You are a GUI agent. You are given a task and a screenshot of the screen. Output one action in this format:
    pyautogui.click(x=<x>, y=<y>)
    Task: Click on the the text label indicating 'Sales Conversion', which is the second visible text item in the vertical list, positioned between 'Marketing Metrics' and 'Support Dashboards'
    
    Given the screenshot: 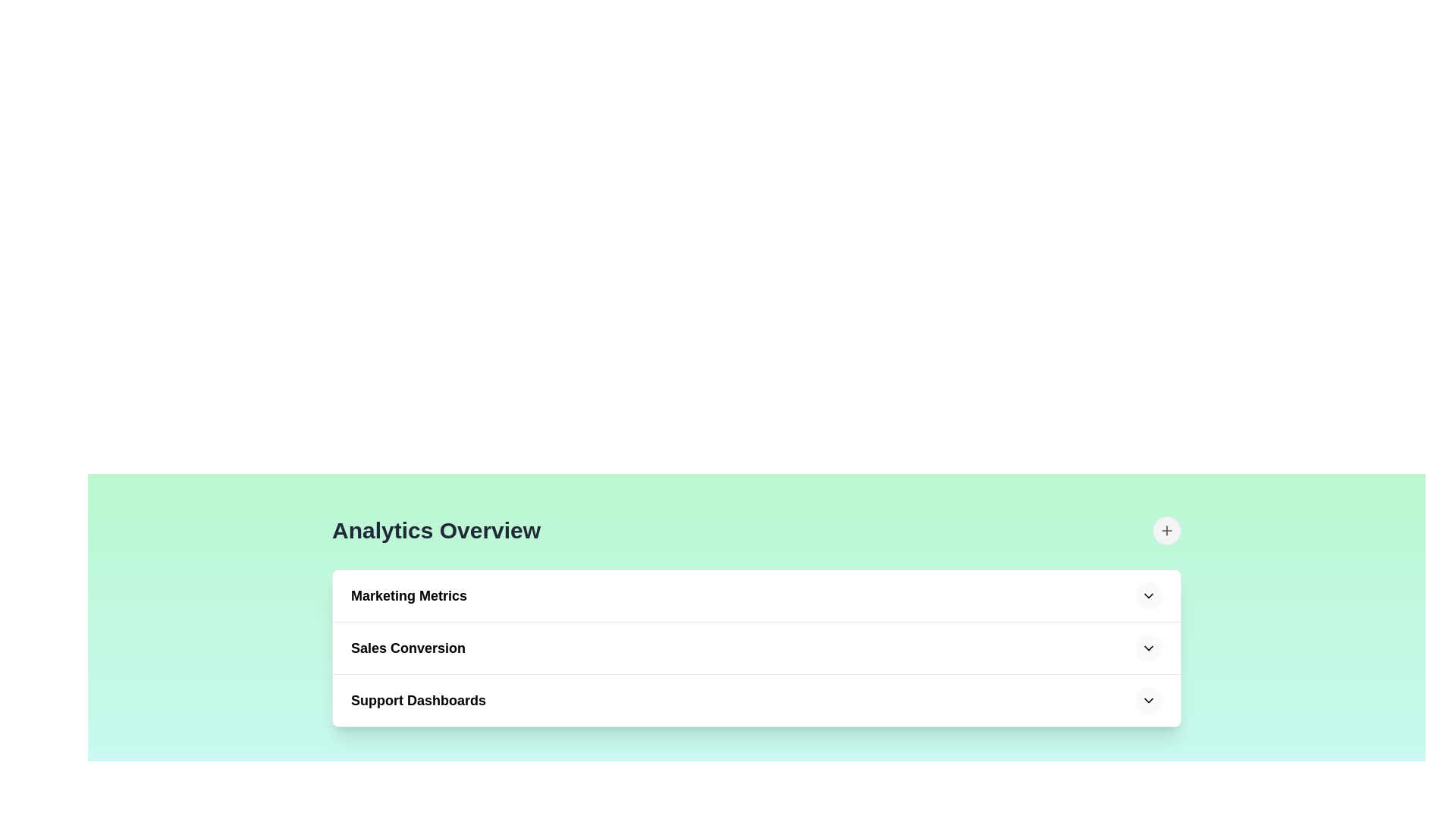 What is the action you would take?
    pyautogui.click(x=408, y=648)
    